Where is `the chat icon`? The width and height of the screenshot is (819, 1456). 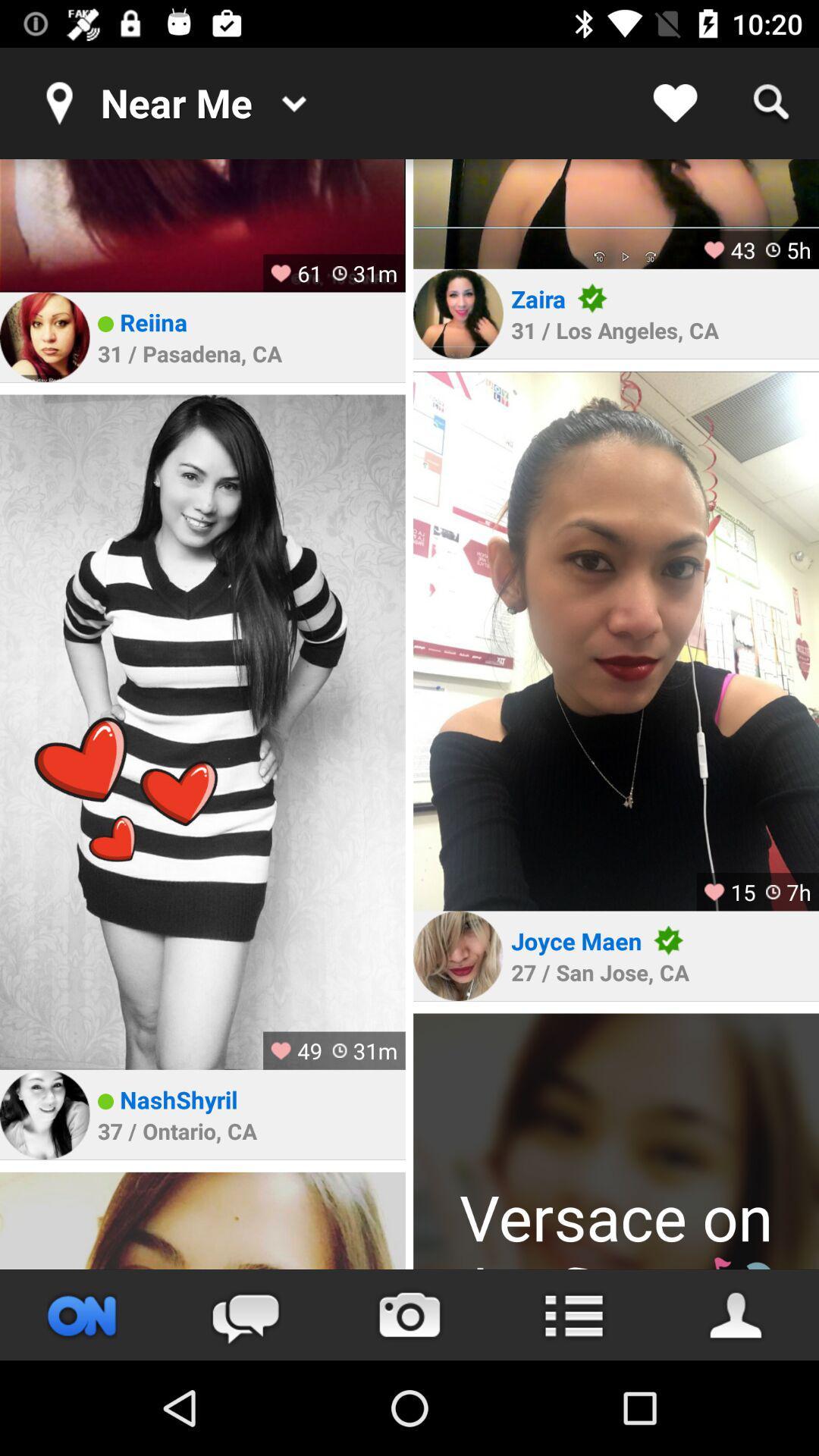
the chat icon is located at coordinates (245, 1314).